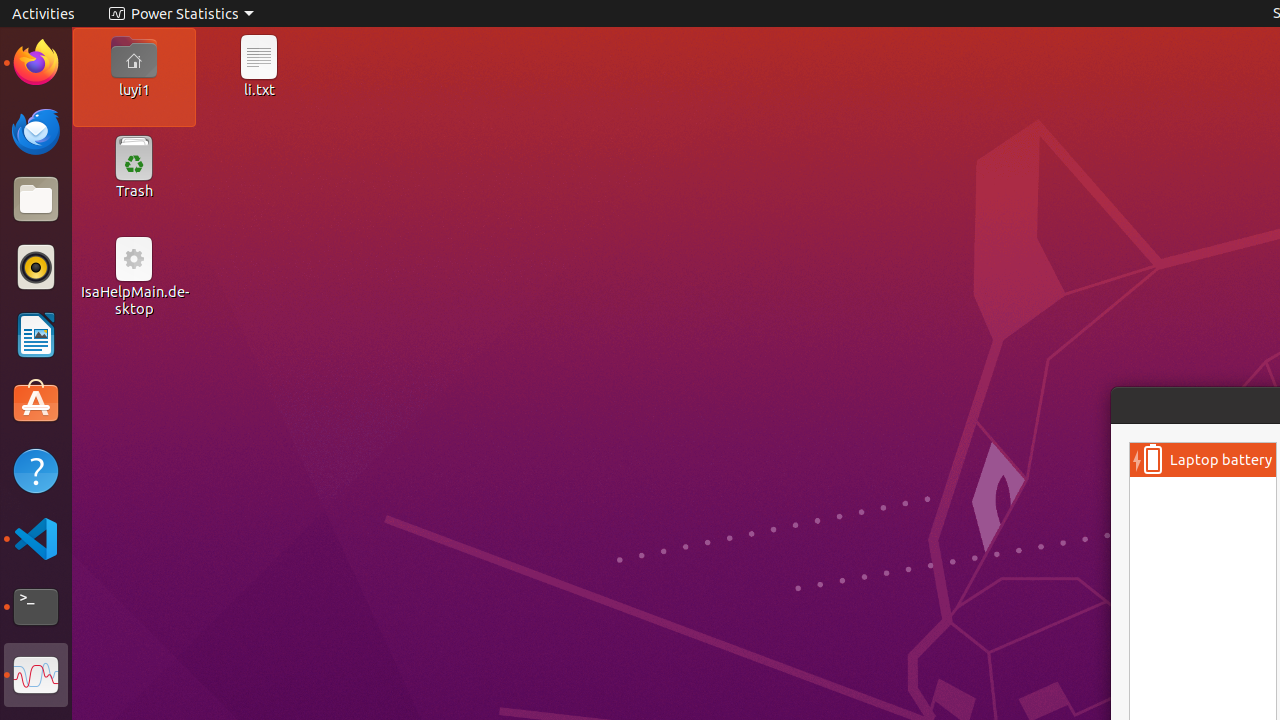 The image size is (1280, 720). Describe the element at coordinates (132, 88) in the screenshot. I see `'luyi1'` at that location.